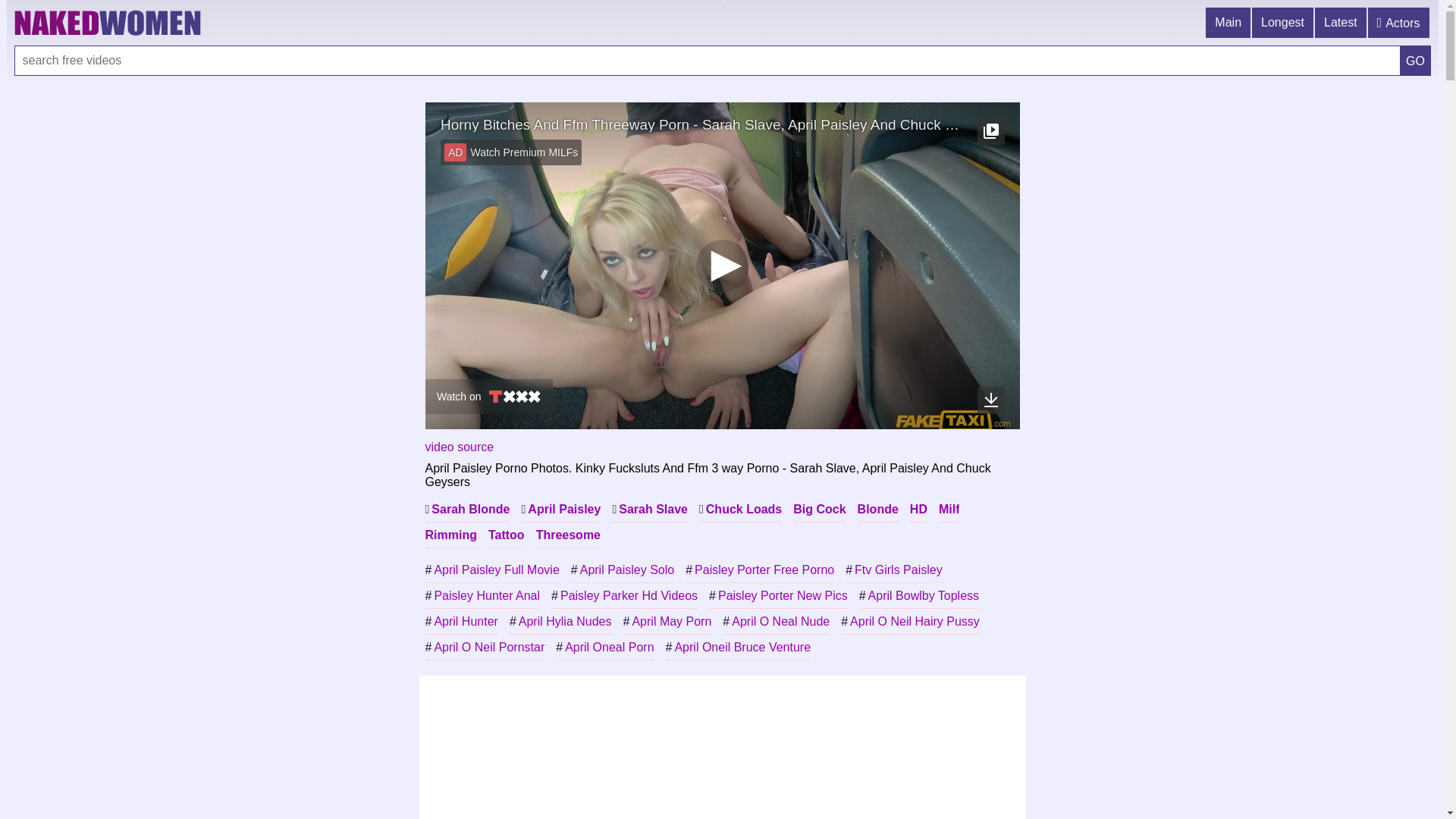  I want to click on 'Paisley Hunter Anal', so click(425, 595).